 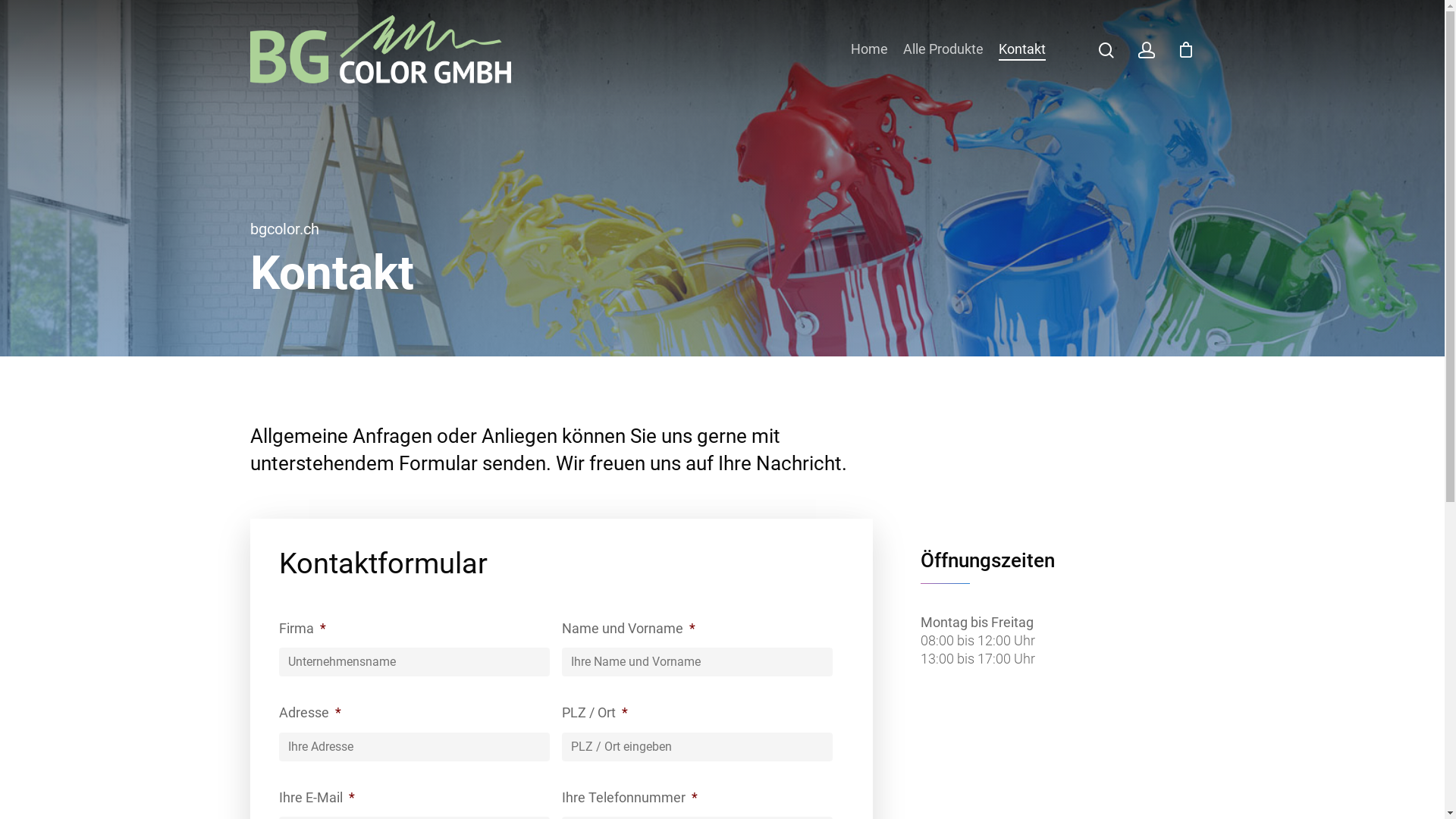 I want to click on 'Alle Produkte', so click(x=942, y=49).